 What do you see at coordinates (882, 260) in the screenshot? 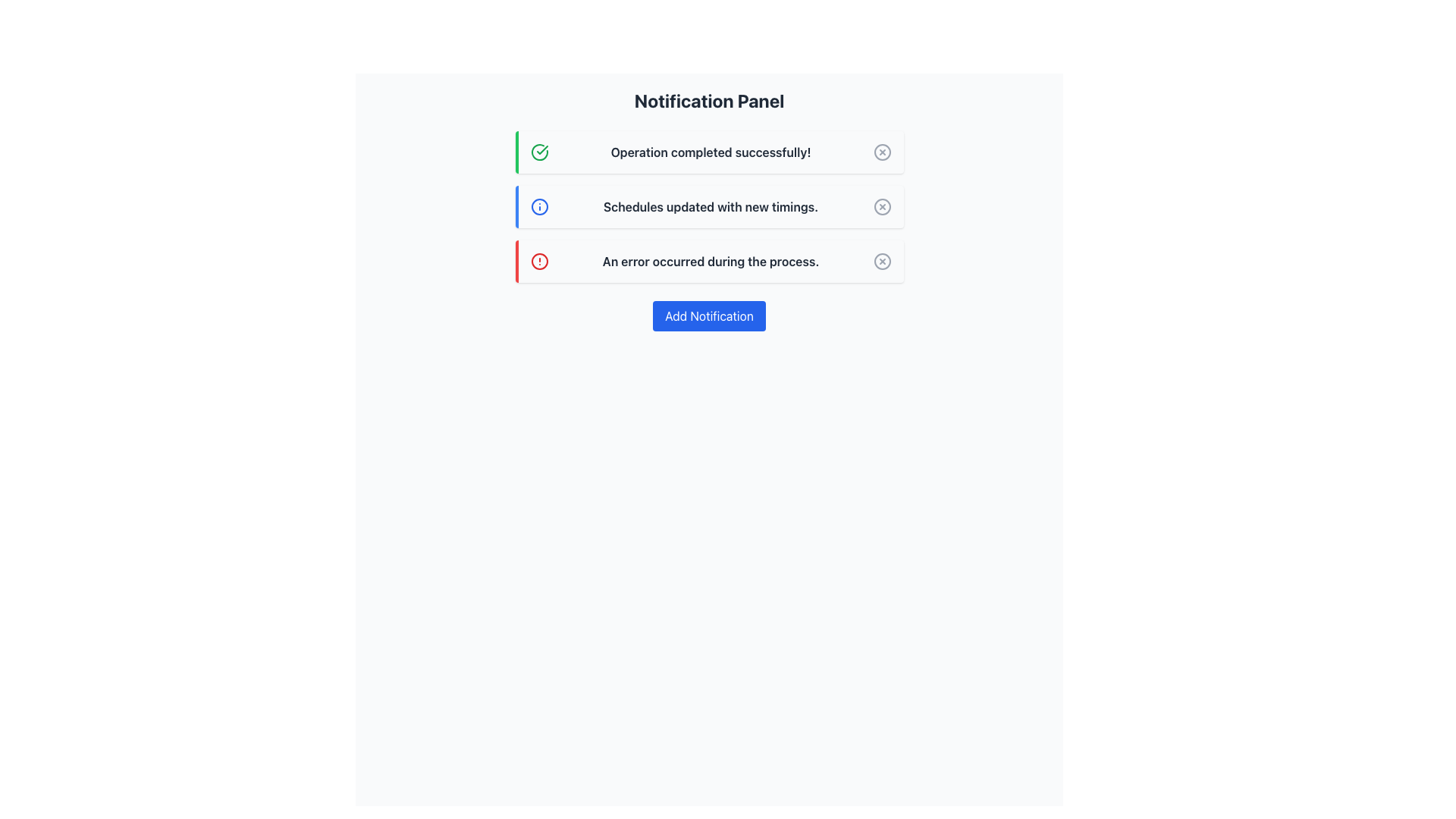
I see `the circular gray icon button with an 'X' shape located in the third notification card, next to the message 'An error occurred during the process.'` at bounding box center [882, 260].